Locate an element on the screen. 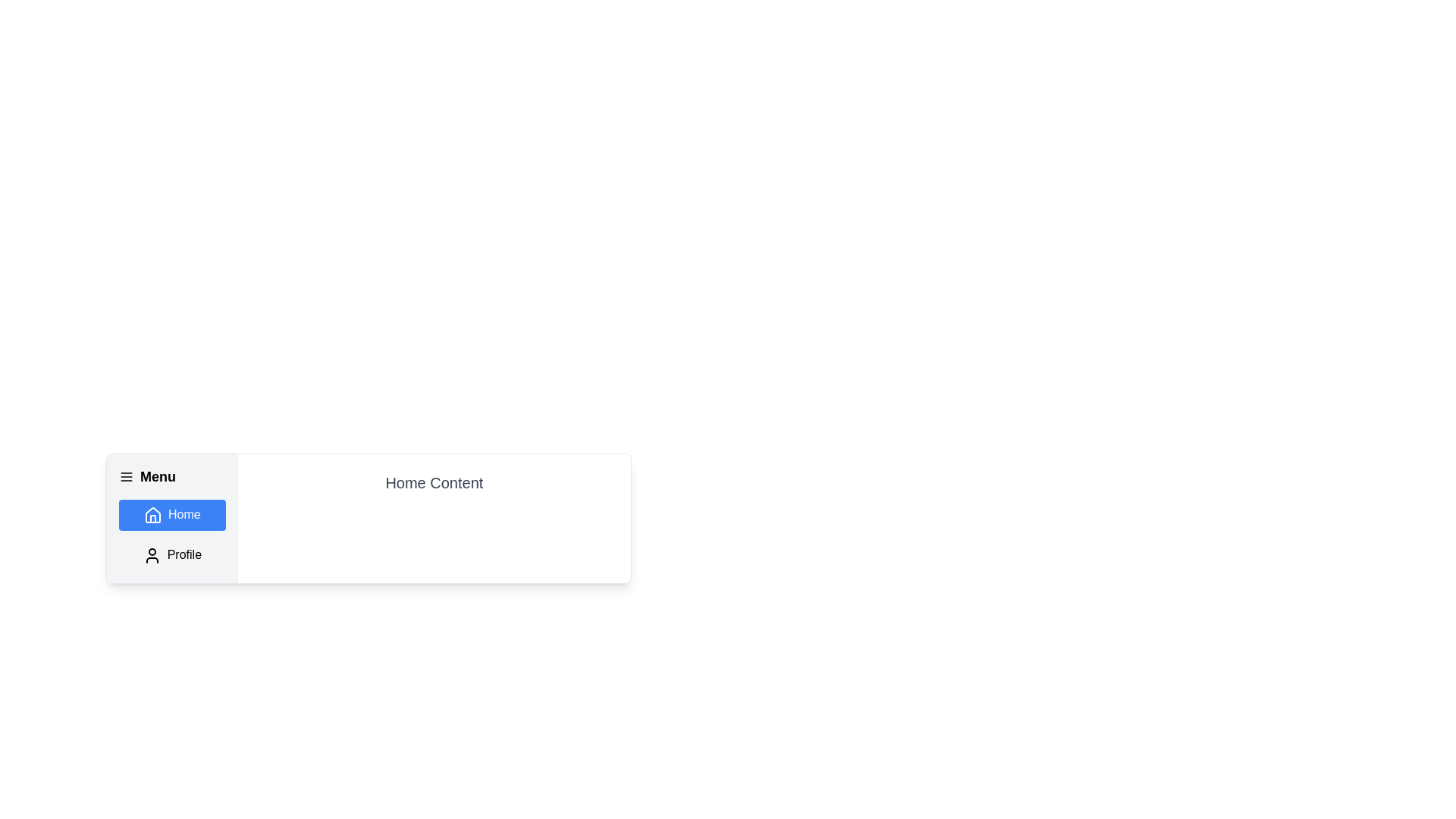  the hamburger menu icon, which consists of three parallel horizontal lines, located at the top left of the menu header section is located at coordinates (127, 475).